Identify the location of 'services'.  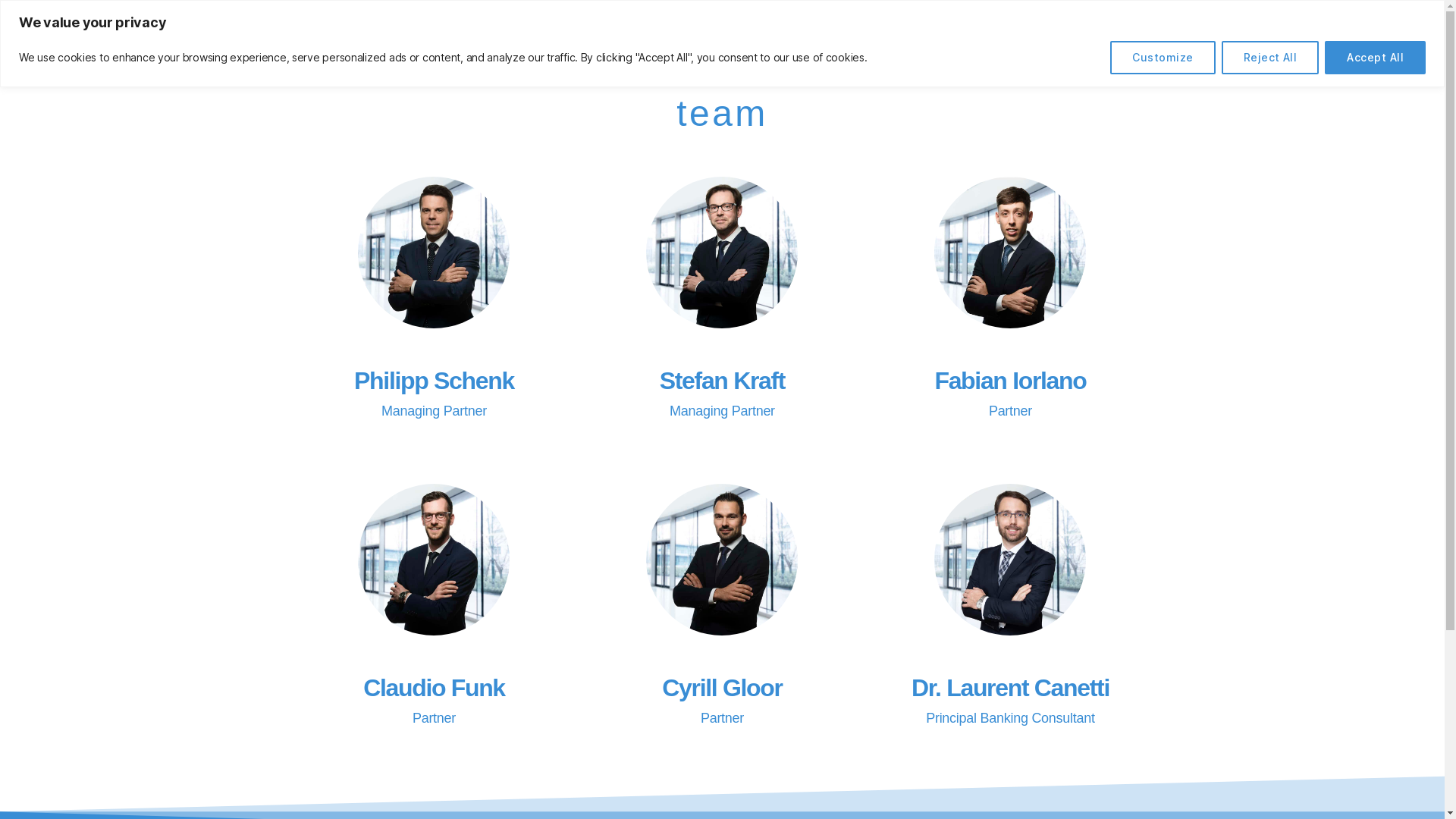
(982, 36).